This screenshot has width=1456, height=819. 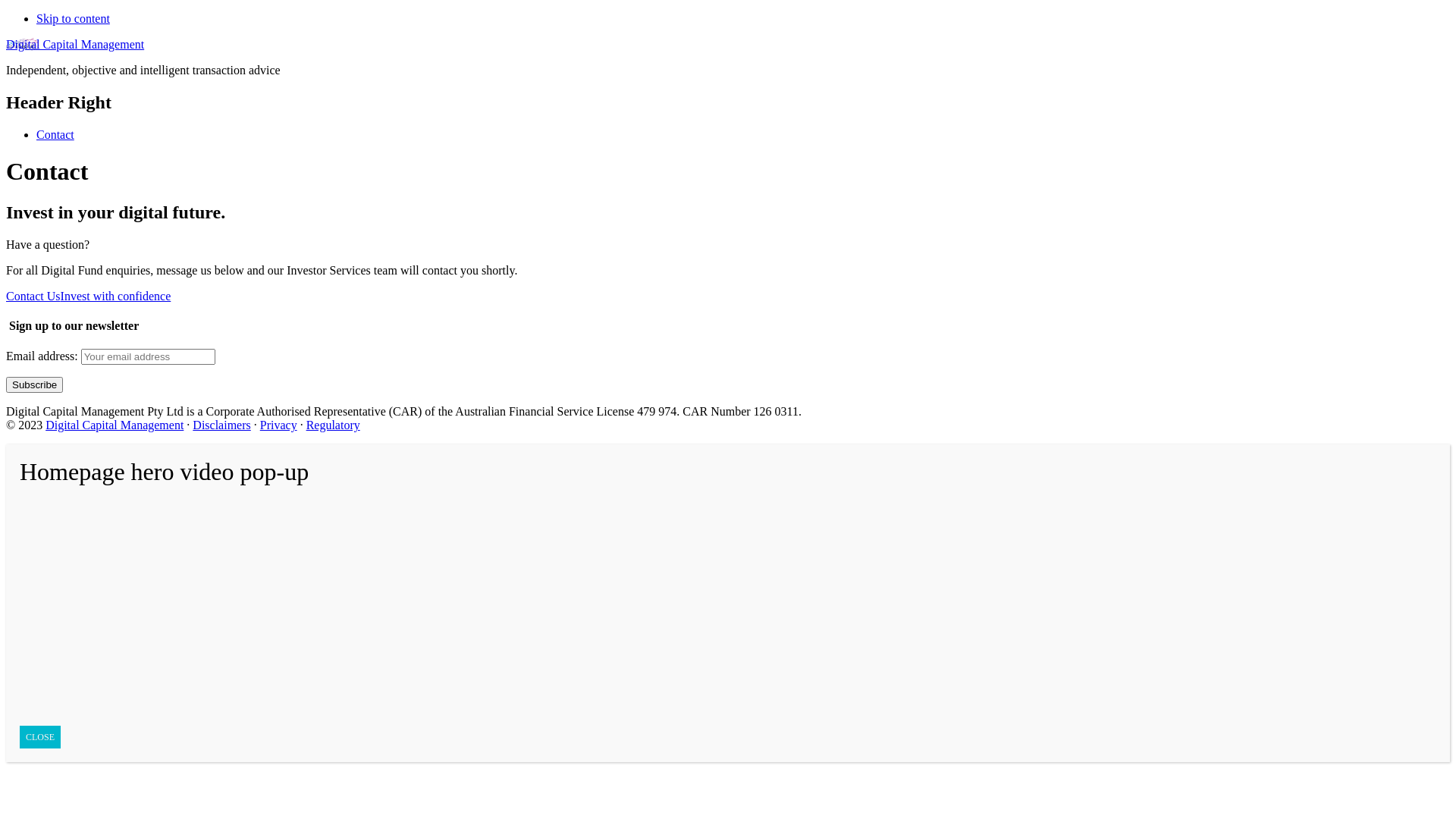 What do you see at coordinates (39, 736) in the screenshot?
I see `'CLOSE'` at bounding box center [39, 736].